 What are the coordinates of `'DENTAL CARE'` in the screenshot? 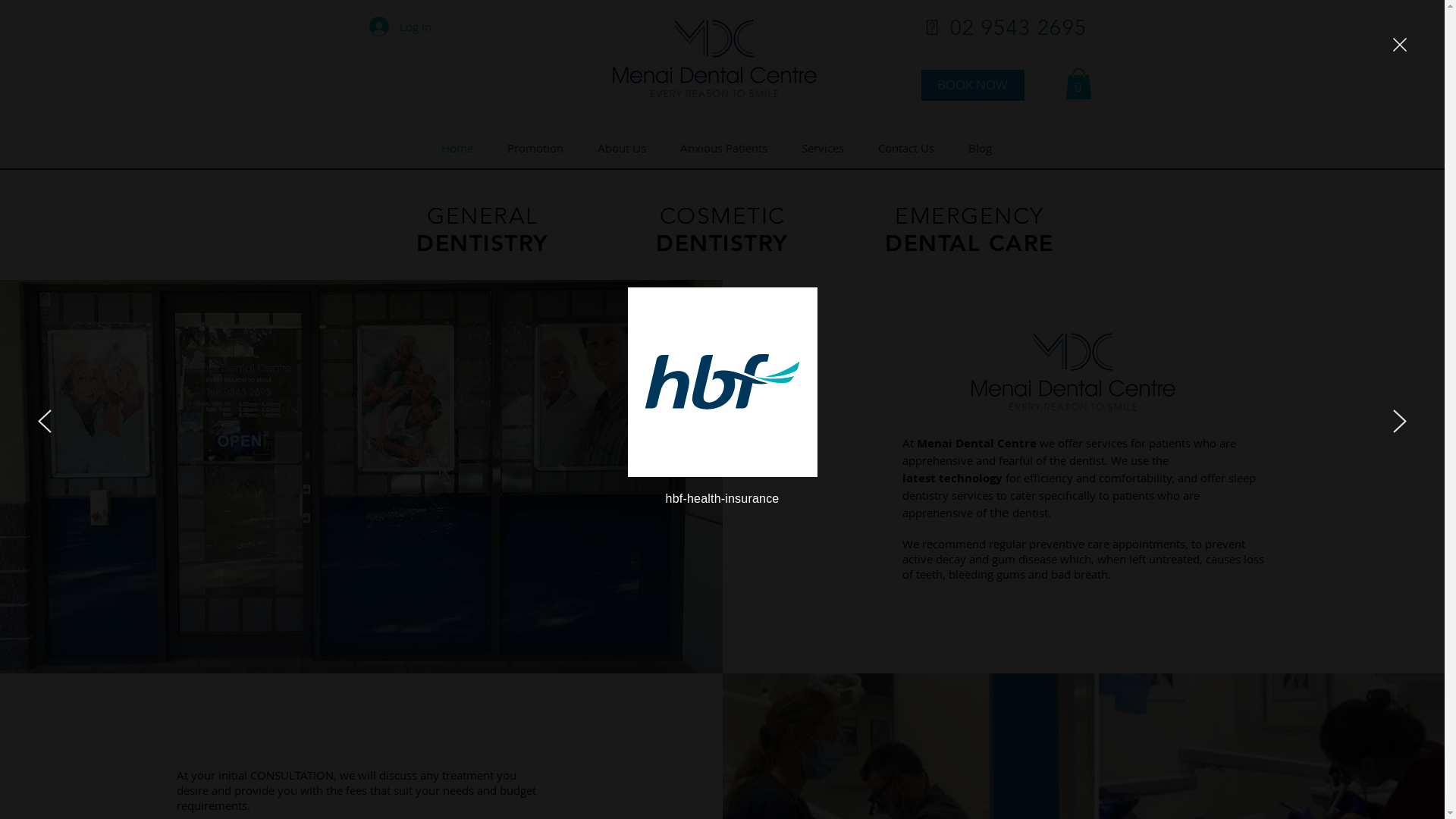 It's located at (884, 242).